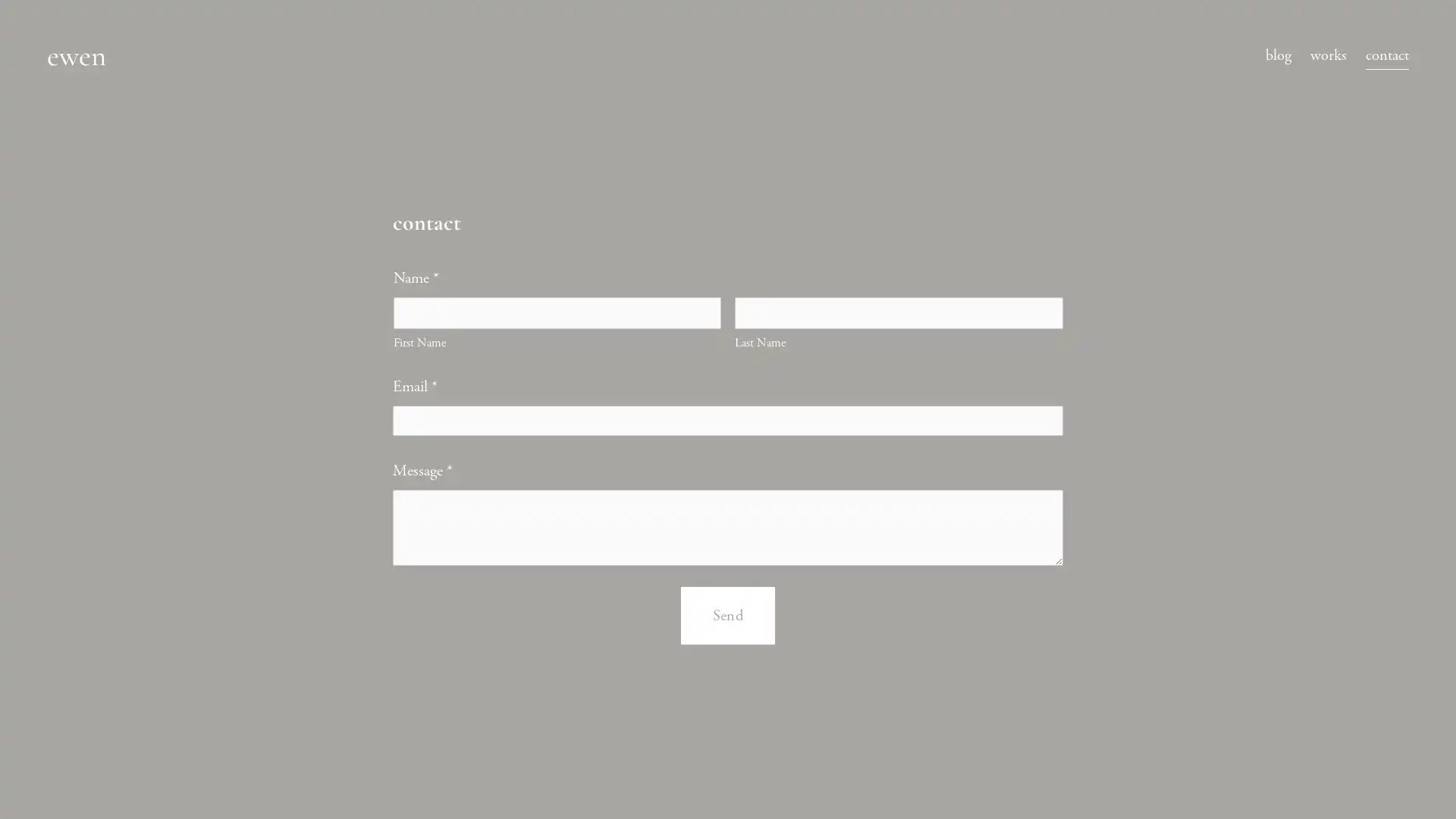 The image size is (1456, 819). What do you see at coordinates (726, 632) in the screenshot?
I see `Send` at bounding box center [726, 632].